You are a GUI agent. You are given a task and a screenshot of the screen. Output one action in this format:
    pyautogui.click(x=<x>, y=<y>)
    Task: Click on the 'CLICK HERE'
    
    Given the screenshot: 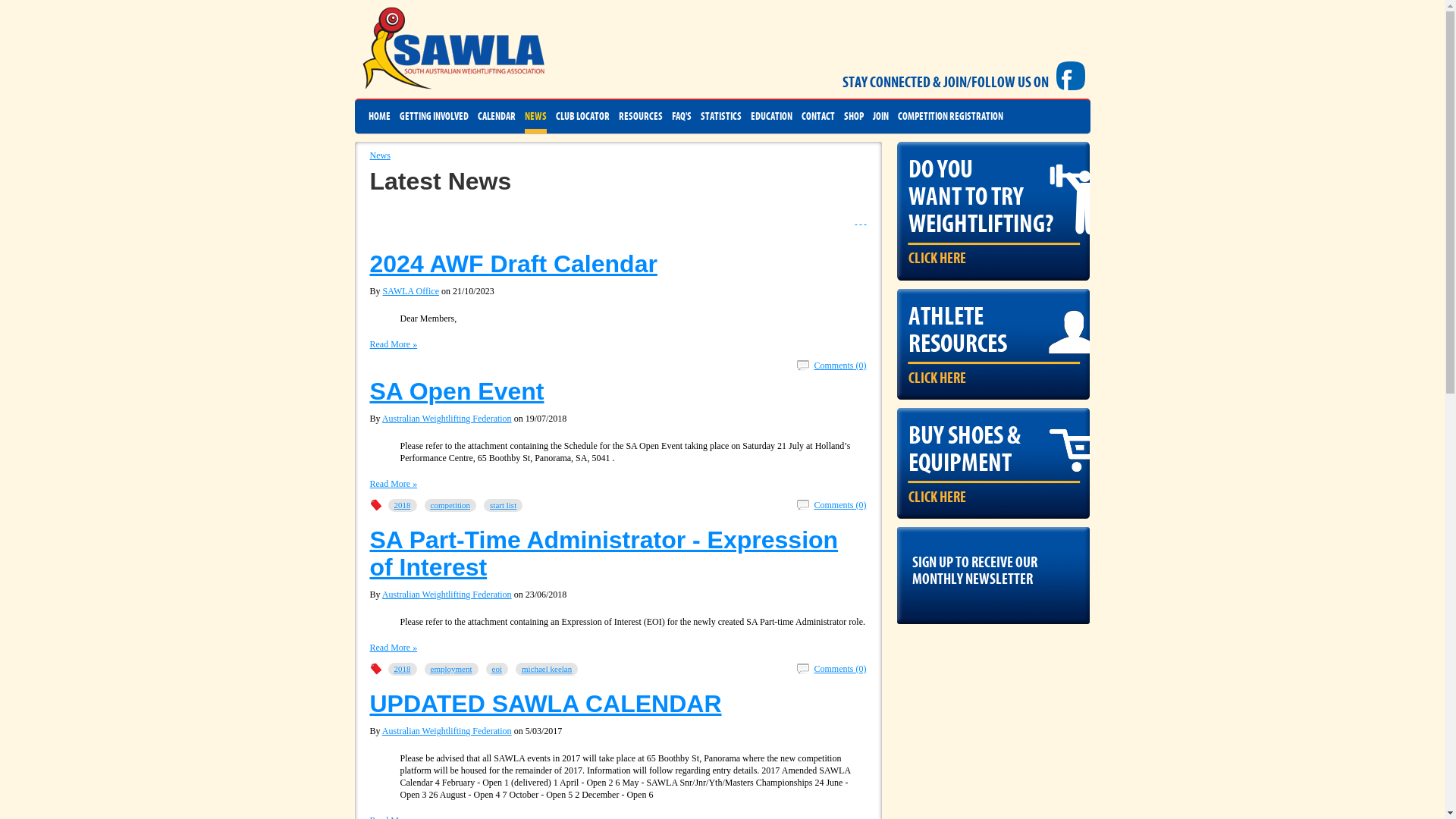 What is the action you would take?
    pyautogui.click(x=937, y=257)
    